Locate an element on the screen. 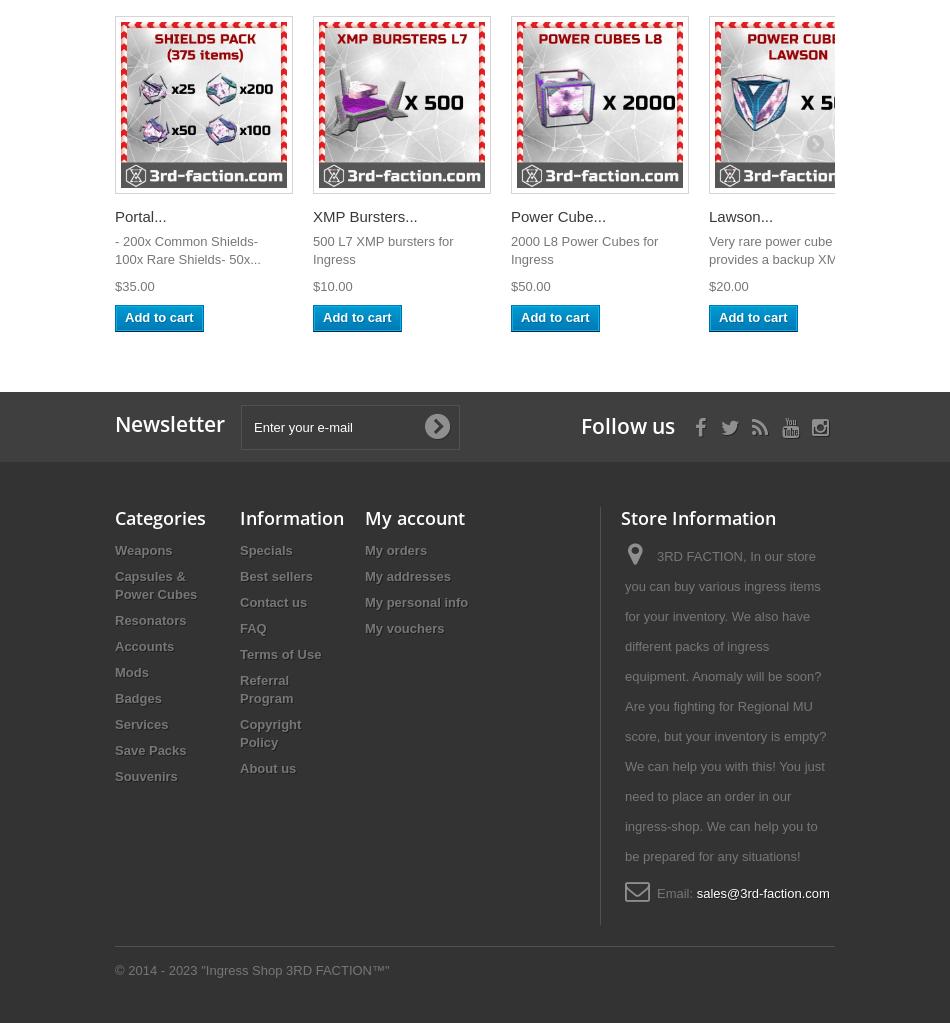  'FAQ' is located at coordinates (251, 627).